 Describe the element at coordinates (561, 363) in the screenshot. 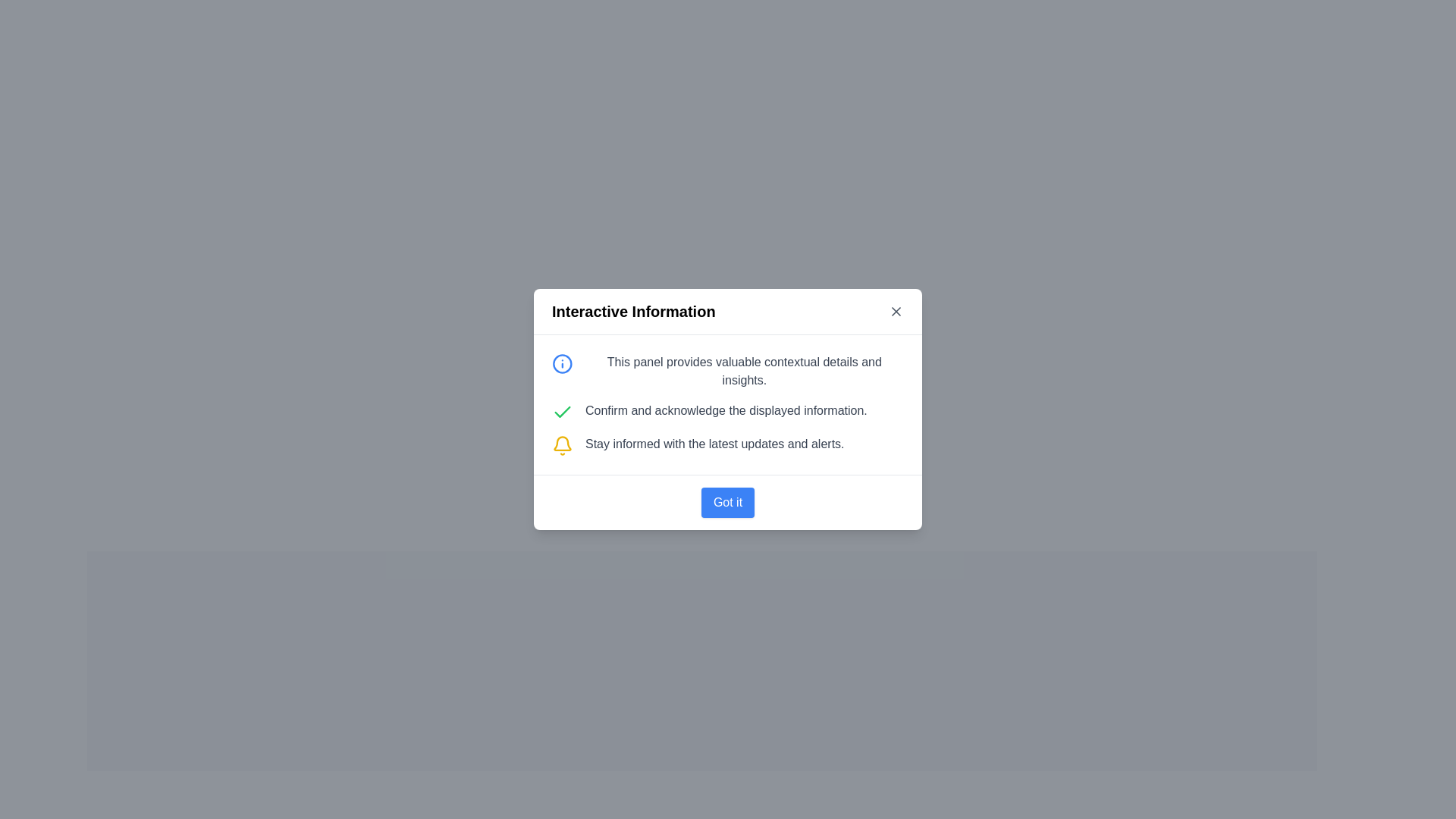

I see `the informational icon located at the top section of the modal dialog box` at that location.